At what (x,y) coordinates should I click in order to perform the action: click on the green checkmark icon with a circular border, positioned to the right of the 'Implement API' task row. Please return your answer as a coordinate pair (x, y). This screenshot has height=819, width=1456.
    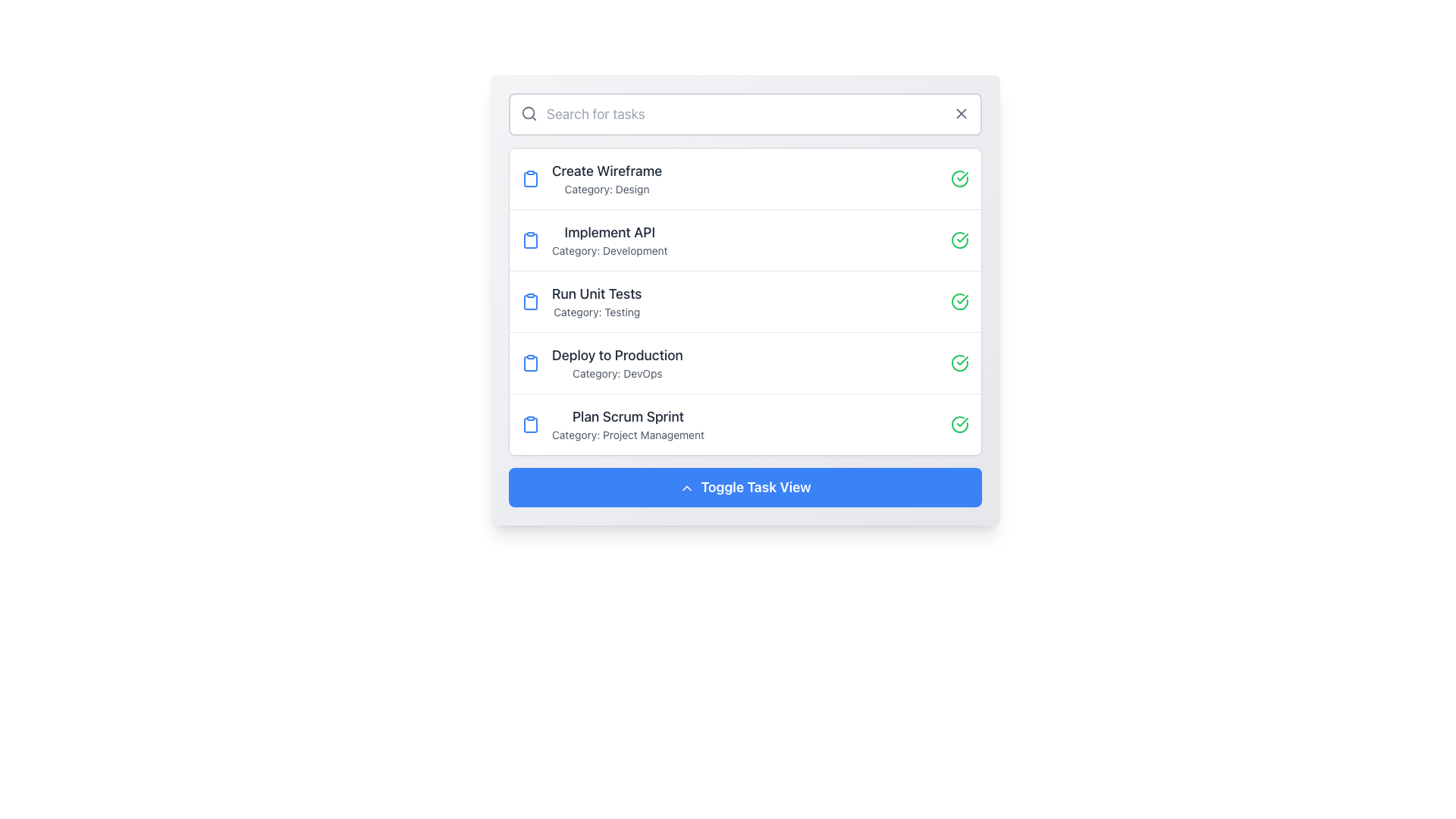
    Looking at the image, I should click on (959, 239).